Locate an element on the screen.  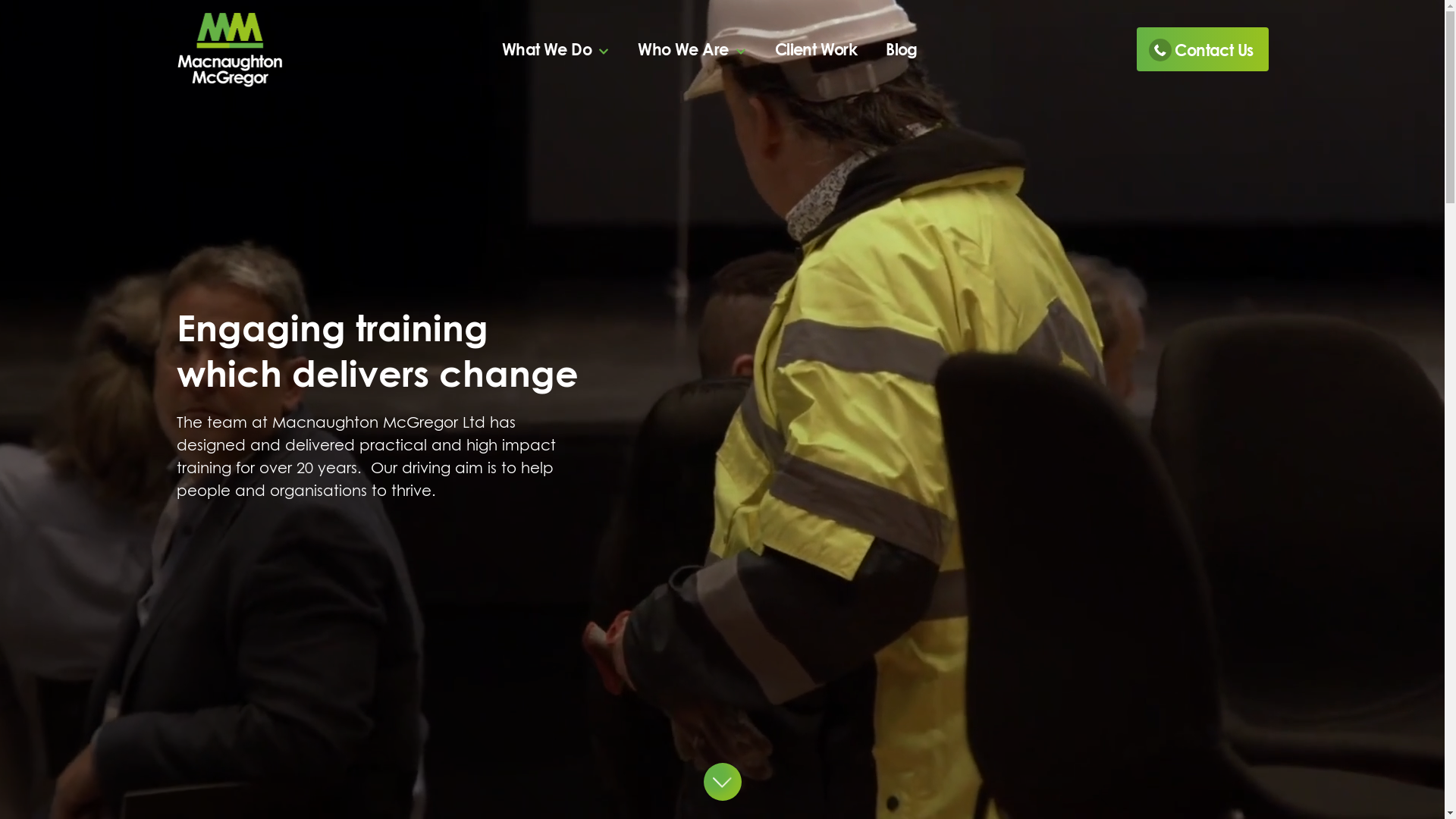
'Visit our Homepage' is located at coordinates (228, 47).